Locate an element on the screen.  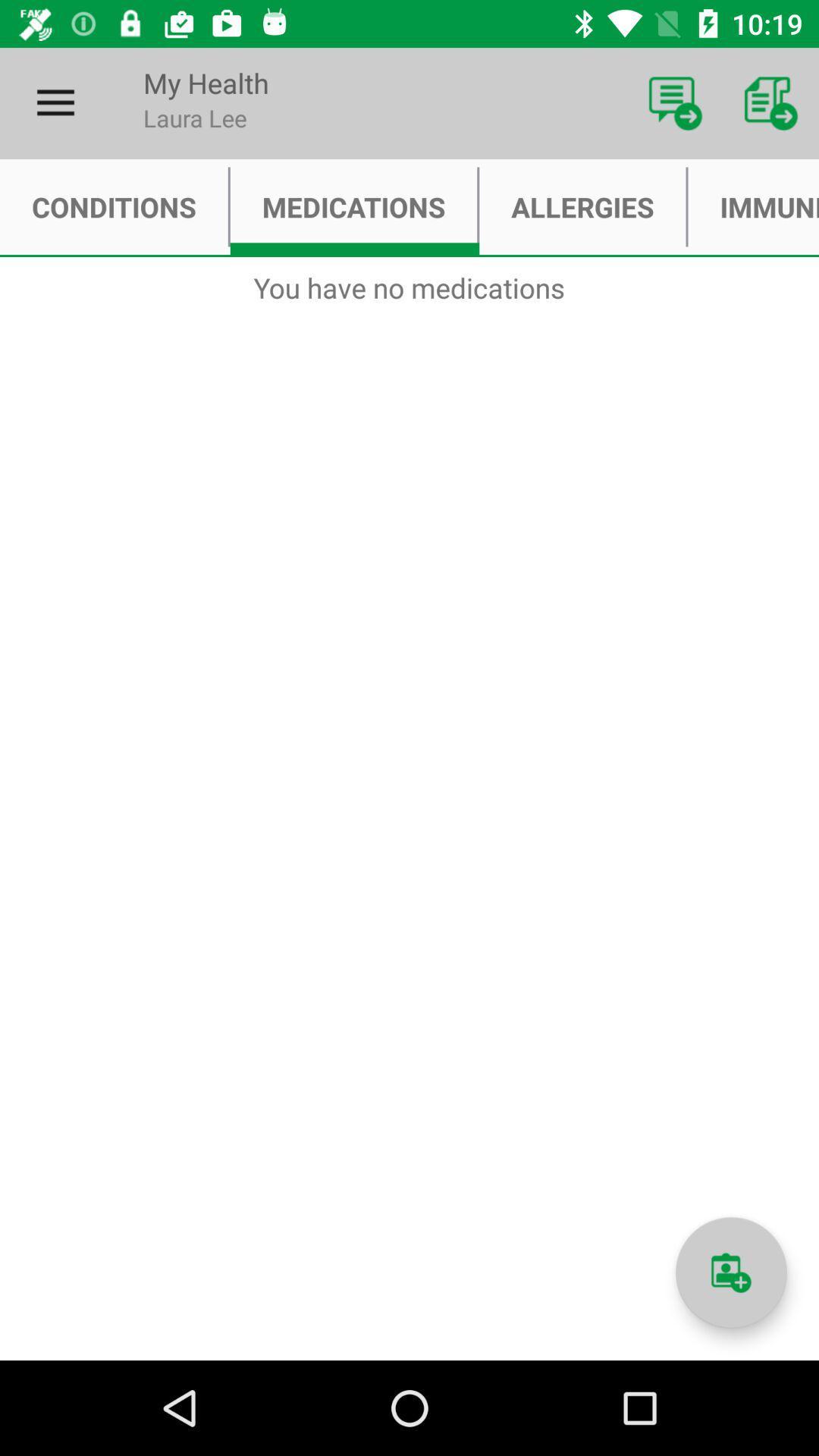
the item next to my health item is located at coordinates (55, 102).